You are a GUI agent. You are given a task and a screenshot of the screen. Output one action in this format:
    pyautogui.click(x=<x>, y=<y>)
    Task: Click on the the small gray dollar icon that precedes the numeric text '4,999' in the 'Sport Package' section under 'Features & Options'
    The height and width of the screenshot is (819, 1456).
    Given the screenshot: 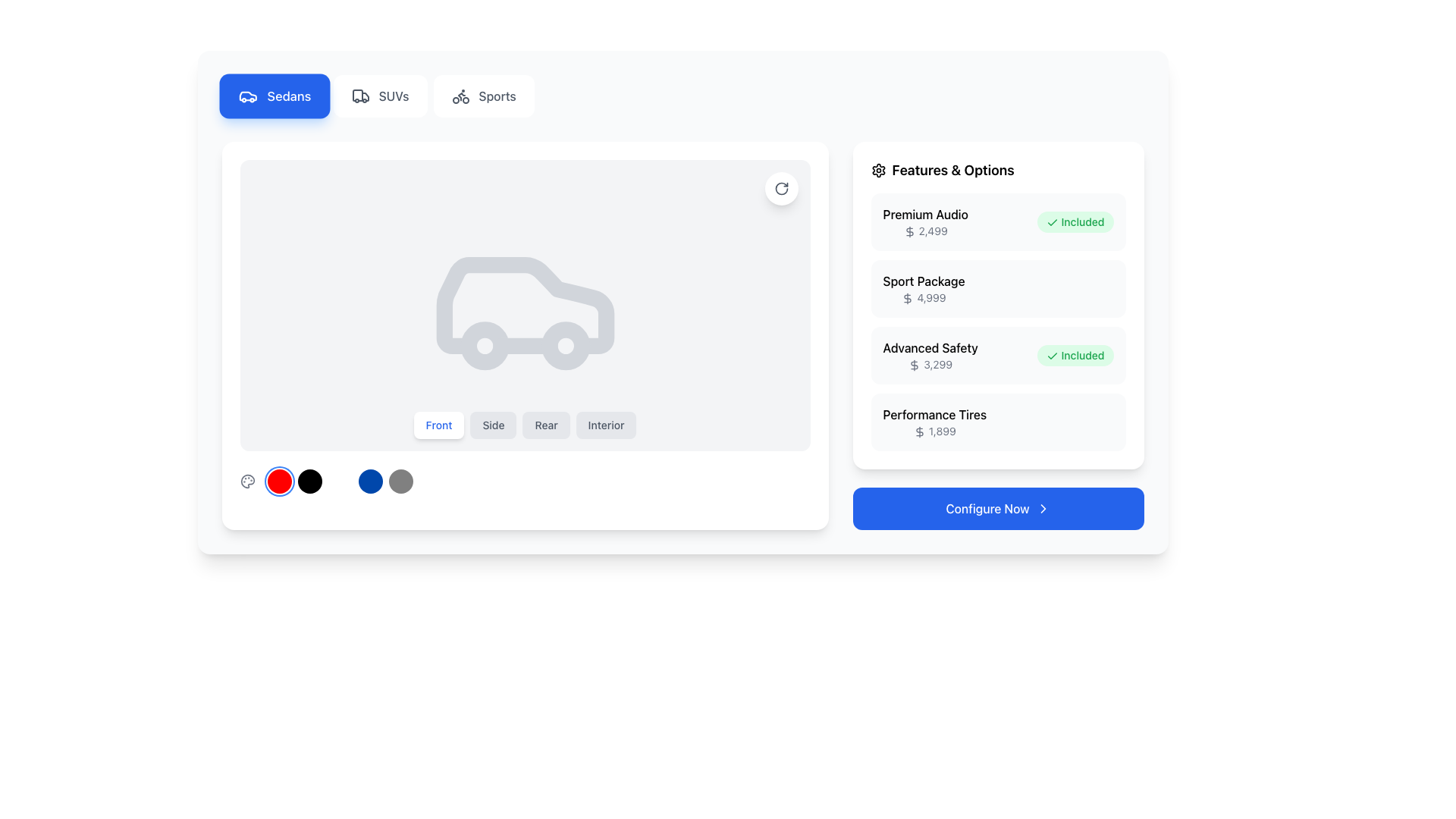 What is the action you would take?
    pyautogui.click(x=908, y=299)
    